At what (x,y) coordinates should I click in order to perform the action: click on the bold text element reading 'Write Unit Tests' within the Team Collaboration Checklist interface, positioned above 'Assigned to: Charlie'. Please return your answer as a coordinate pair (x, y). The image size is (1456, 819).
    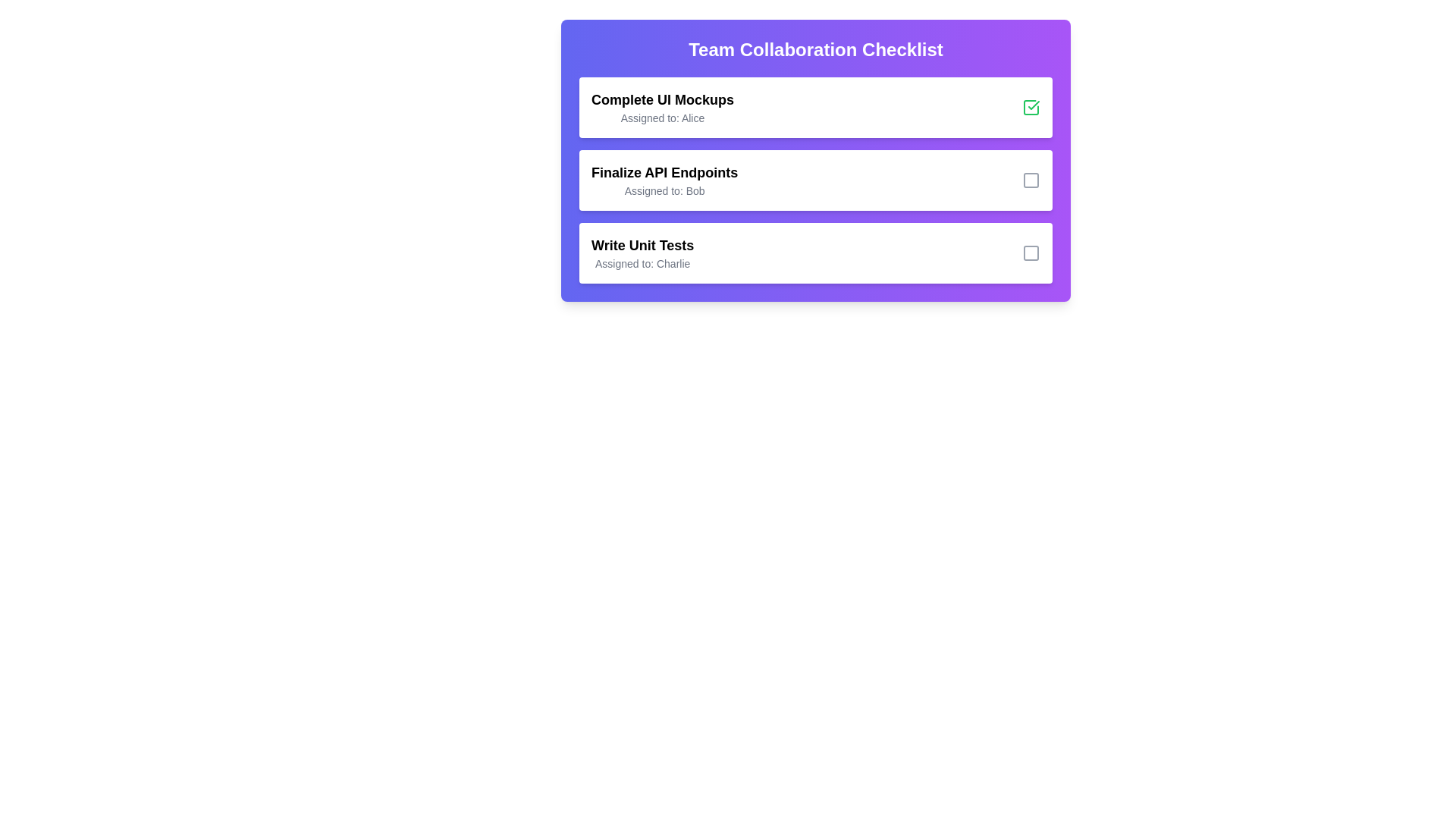
    Looking at the image, I should click on (642, 245).